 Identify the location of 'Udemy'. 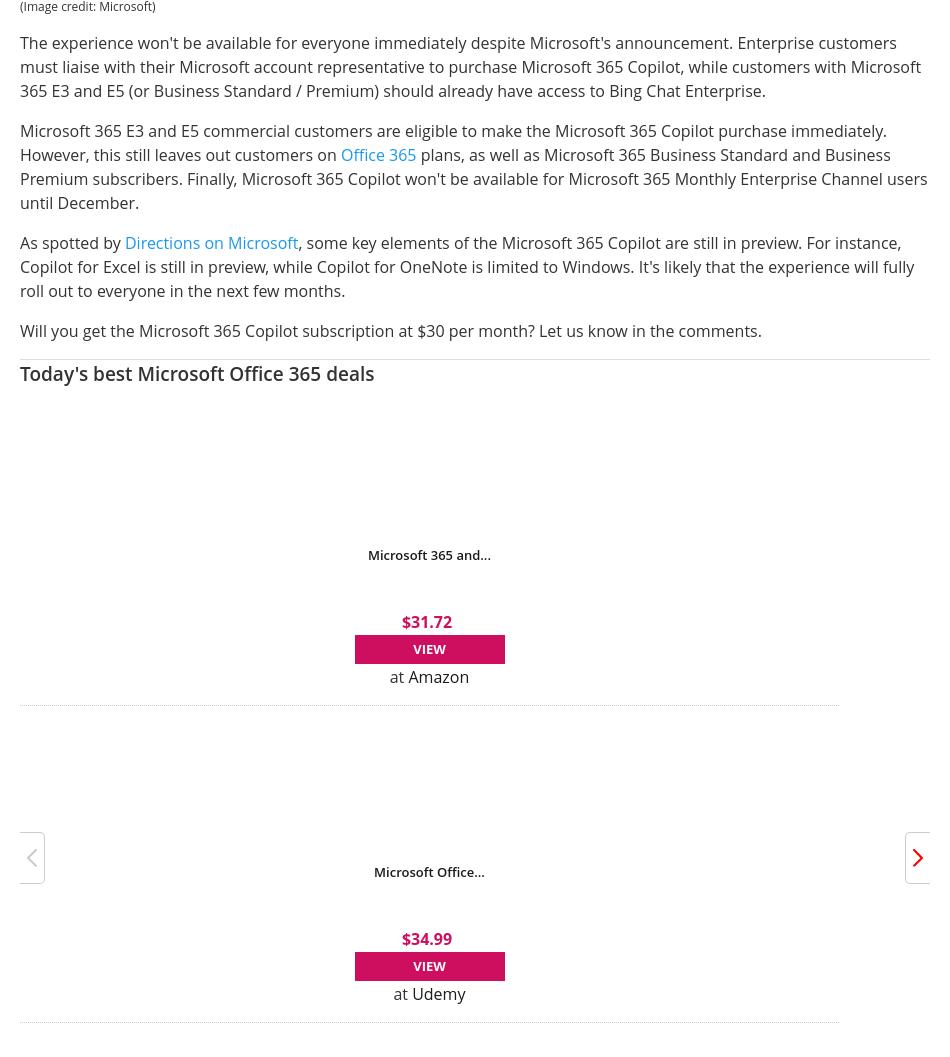
(437, 992).